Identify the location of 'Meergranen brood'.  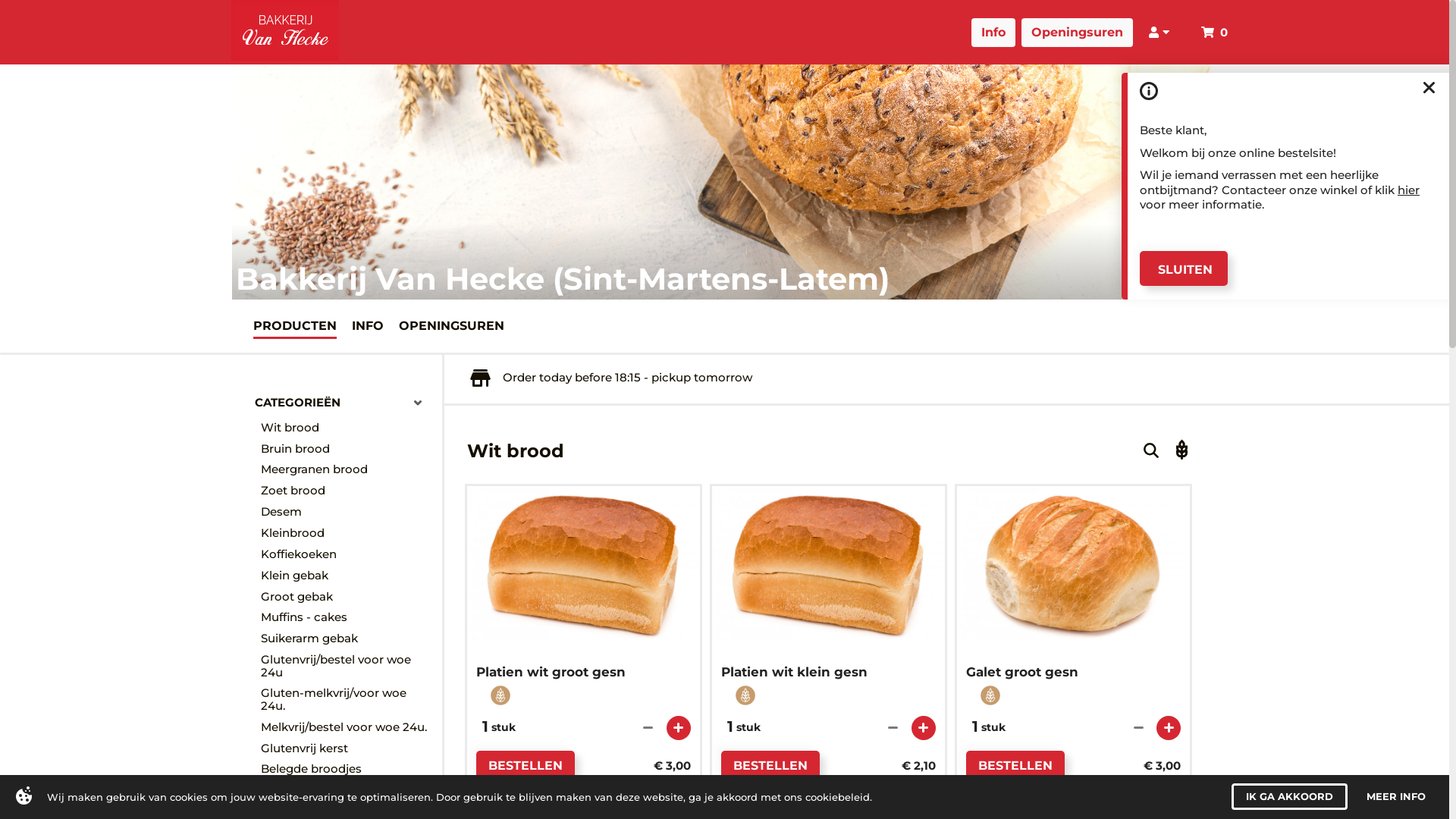
(346, 469).